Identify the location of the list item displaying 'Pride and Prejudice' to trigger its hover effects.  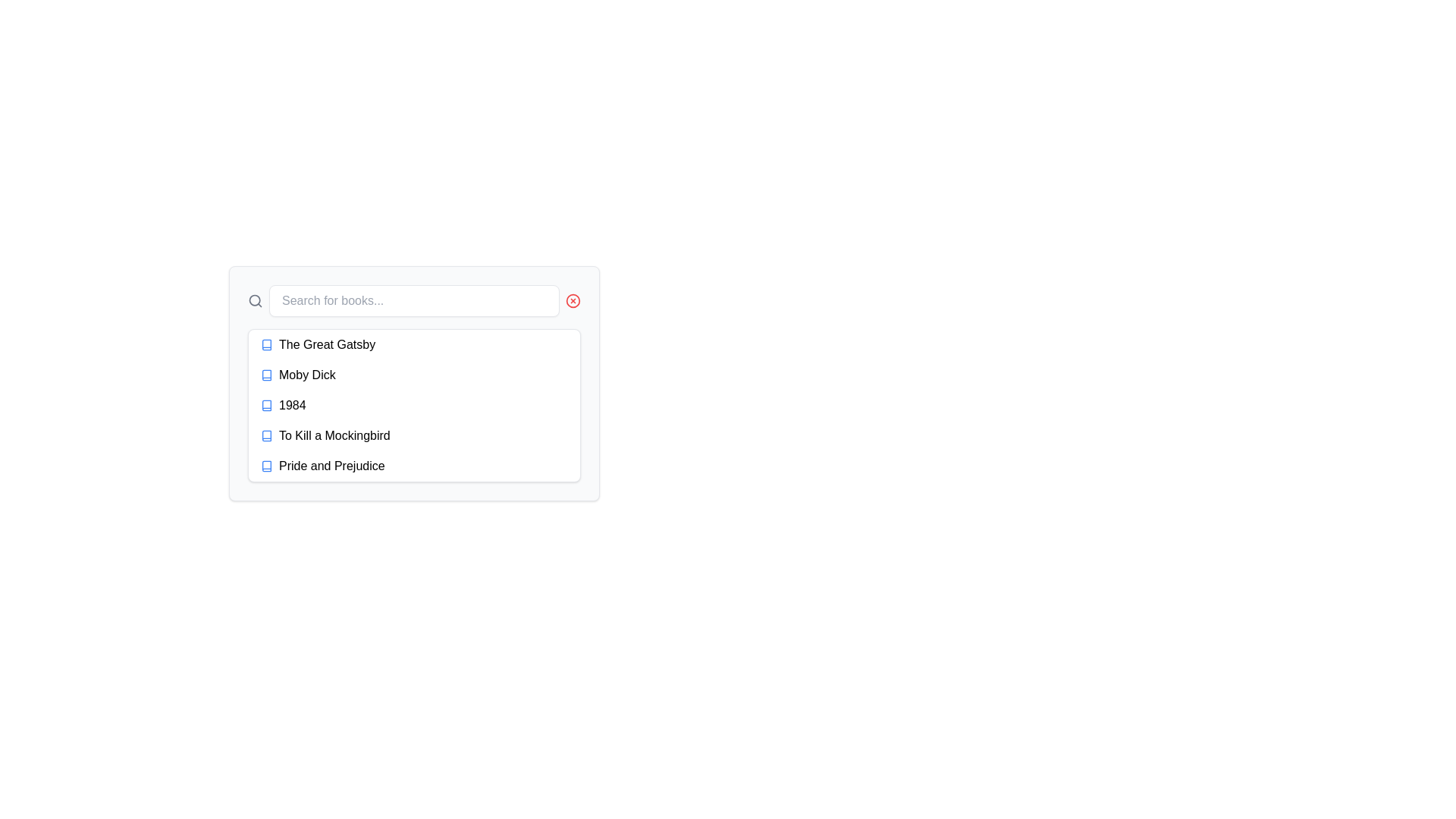
(414, 465).